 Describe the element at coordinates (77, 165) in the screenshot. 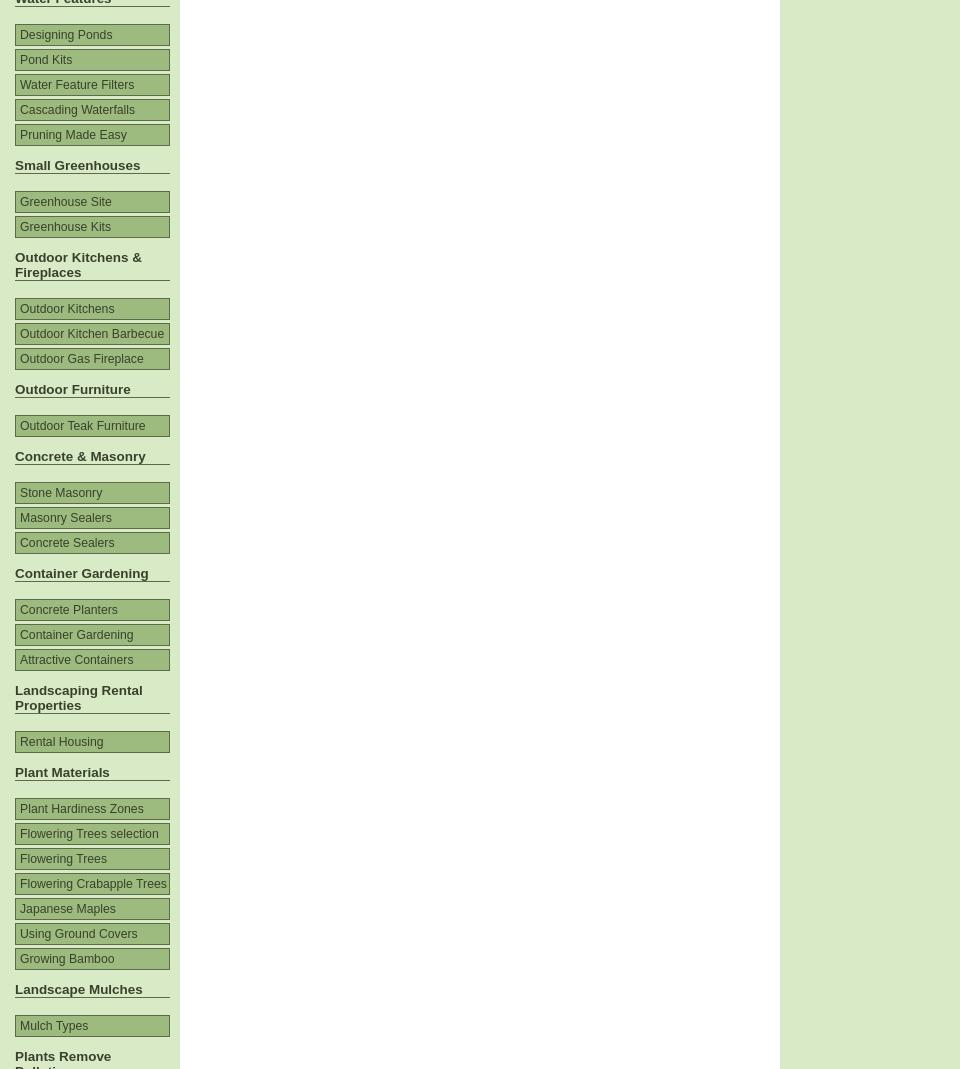

I see `'Small Greenhouses'` at that location.